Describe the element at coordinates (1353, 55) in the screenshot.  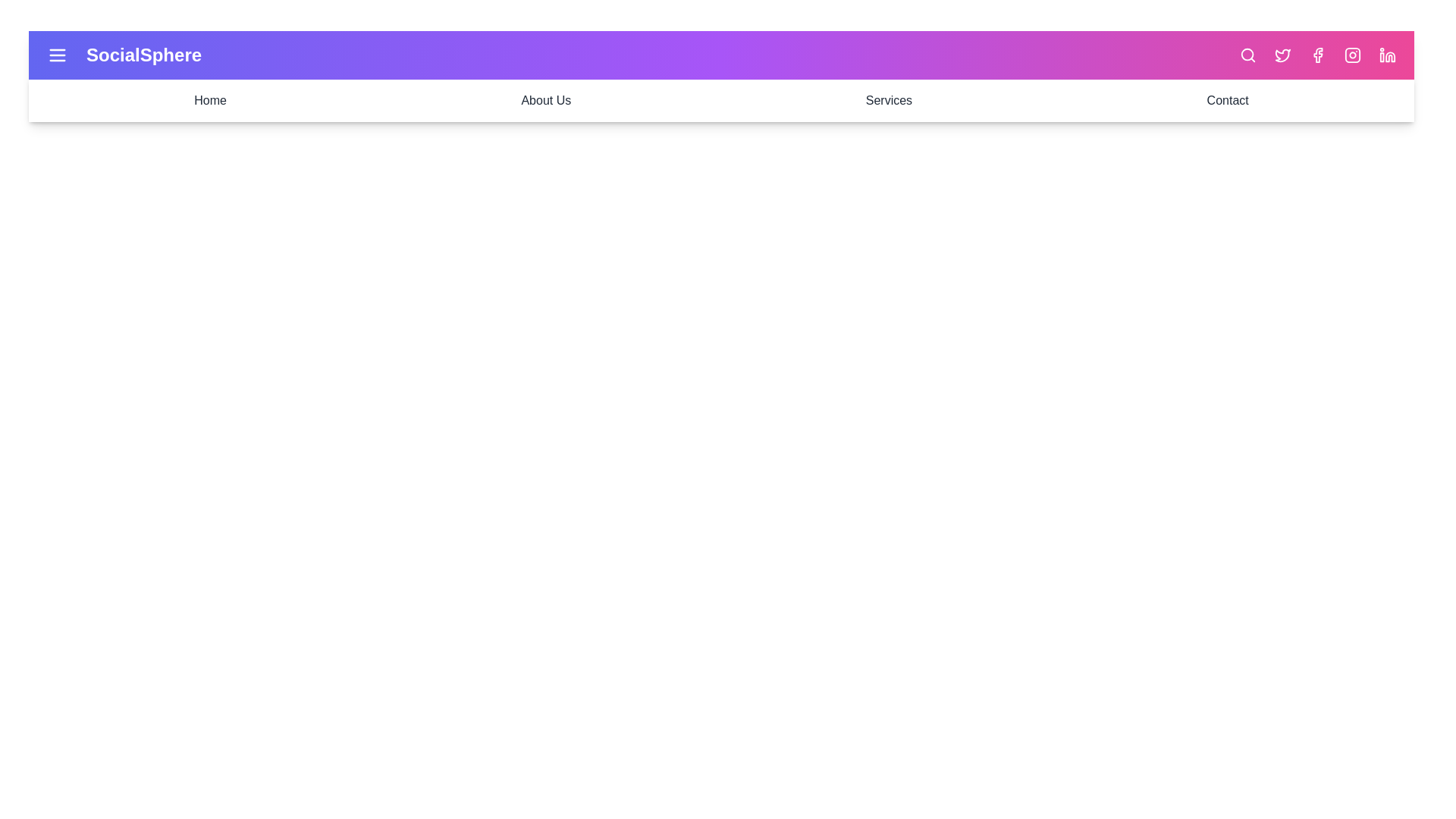
I see `the Instagram icon to open its respective link` at that location.